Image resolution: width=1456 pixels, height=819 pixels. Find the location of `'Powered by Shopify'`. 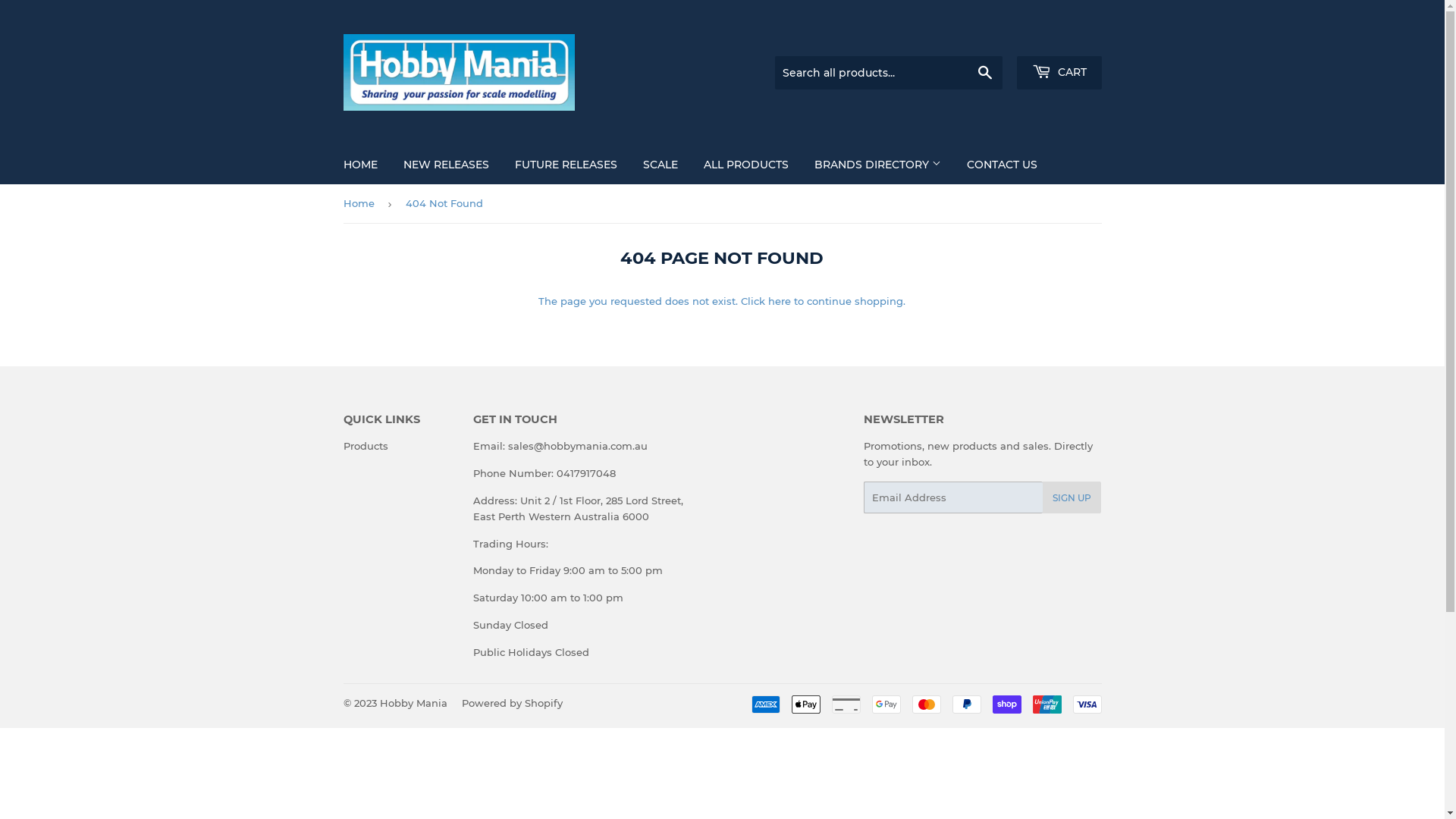

'Powered by Shopify' is located at coordinates (511, 702).